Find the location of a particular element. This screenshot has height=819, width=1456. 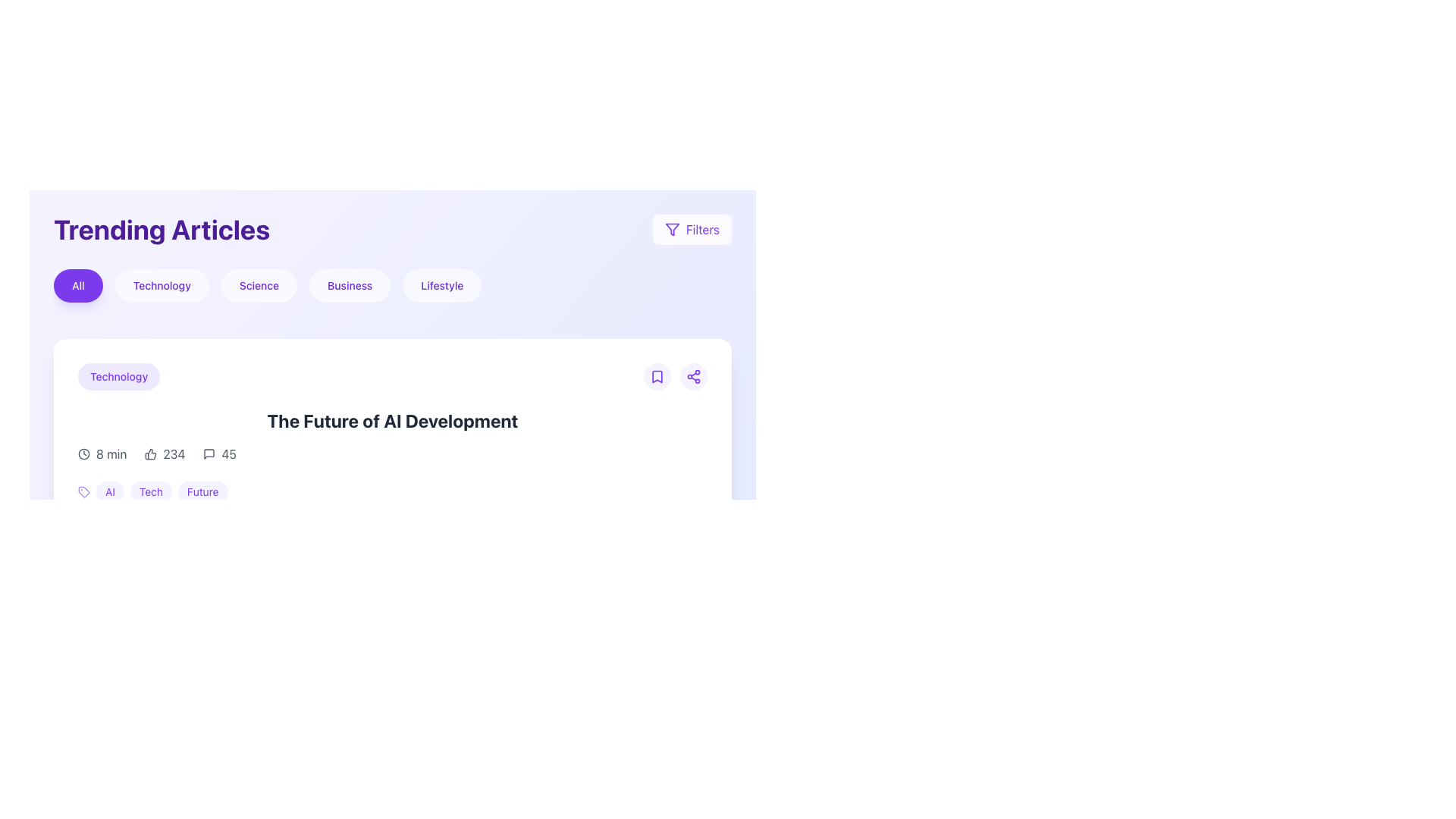

the rounded button-like element with a violet background and bold text that says 'Technology' to filter or select is located at coordinates (118, 376).